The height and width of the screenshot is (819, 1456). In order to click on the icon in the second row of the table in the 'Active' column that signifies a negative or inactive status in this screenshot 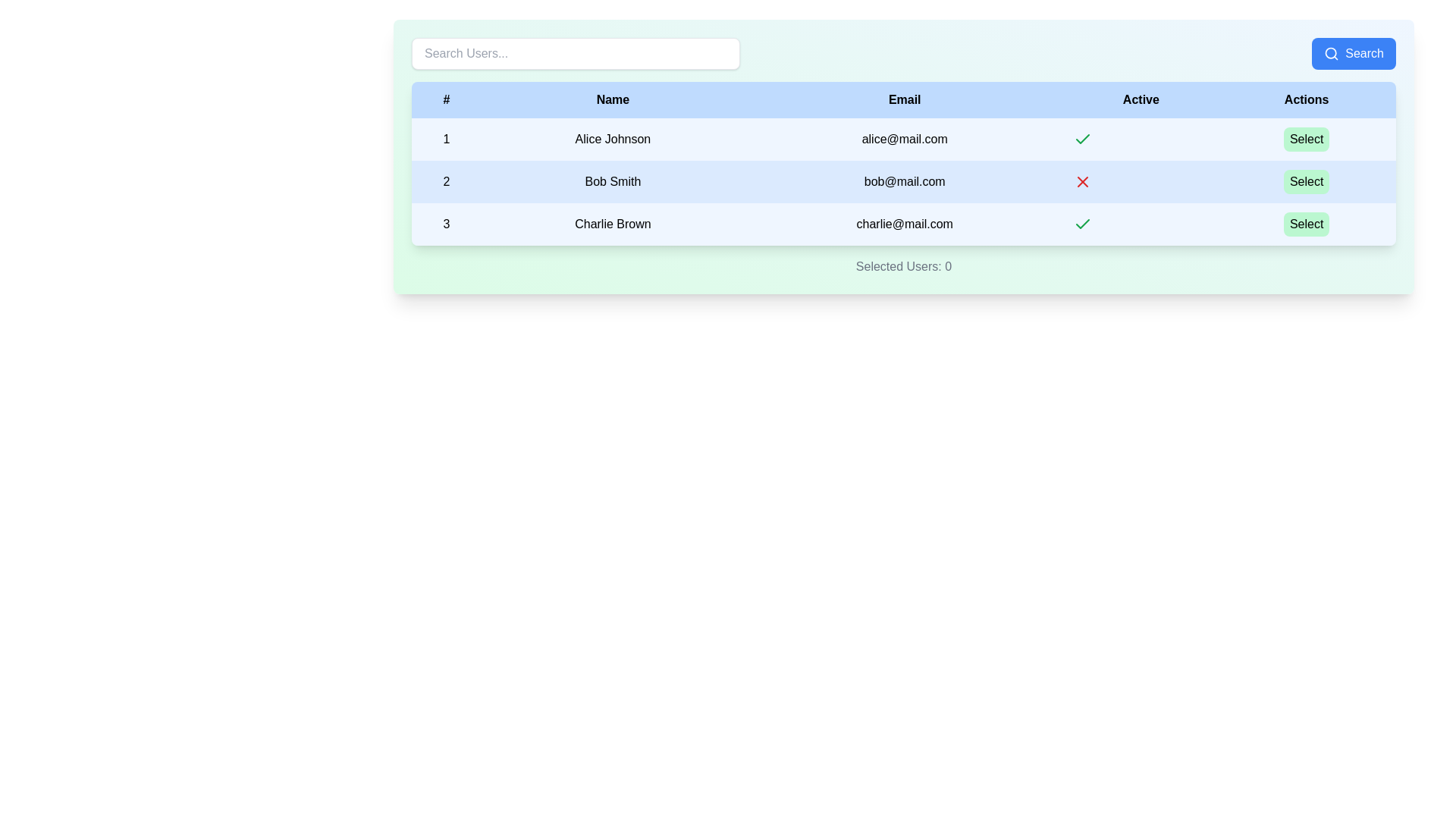, I will do `click(1082, 180)`.